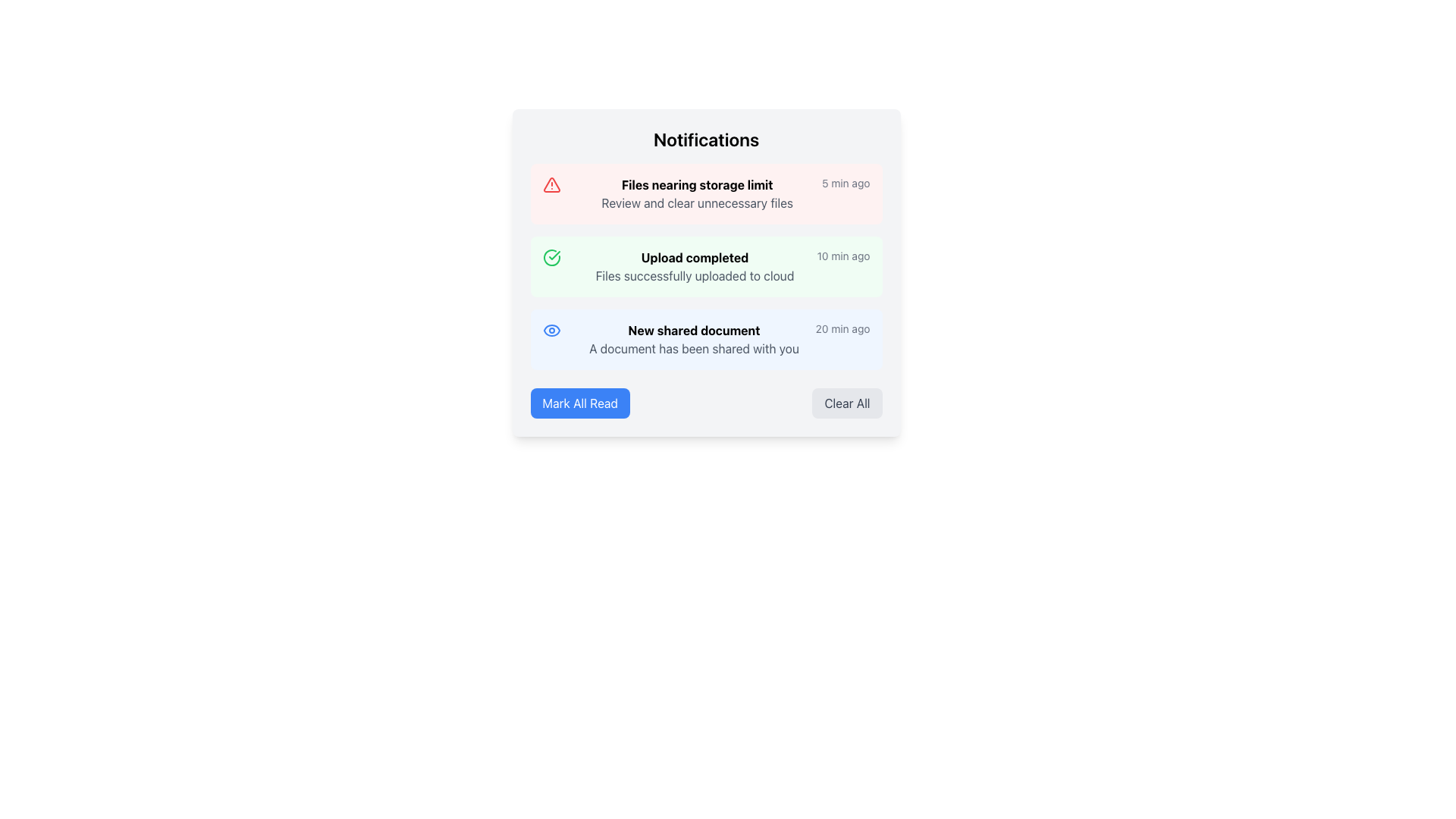  I want to click on the text label that serves as the title for the notifications section, located at the top of the notification list in the centered card, so click(705, 140).